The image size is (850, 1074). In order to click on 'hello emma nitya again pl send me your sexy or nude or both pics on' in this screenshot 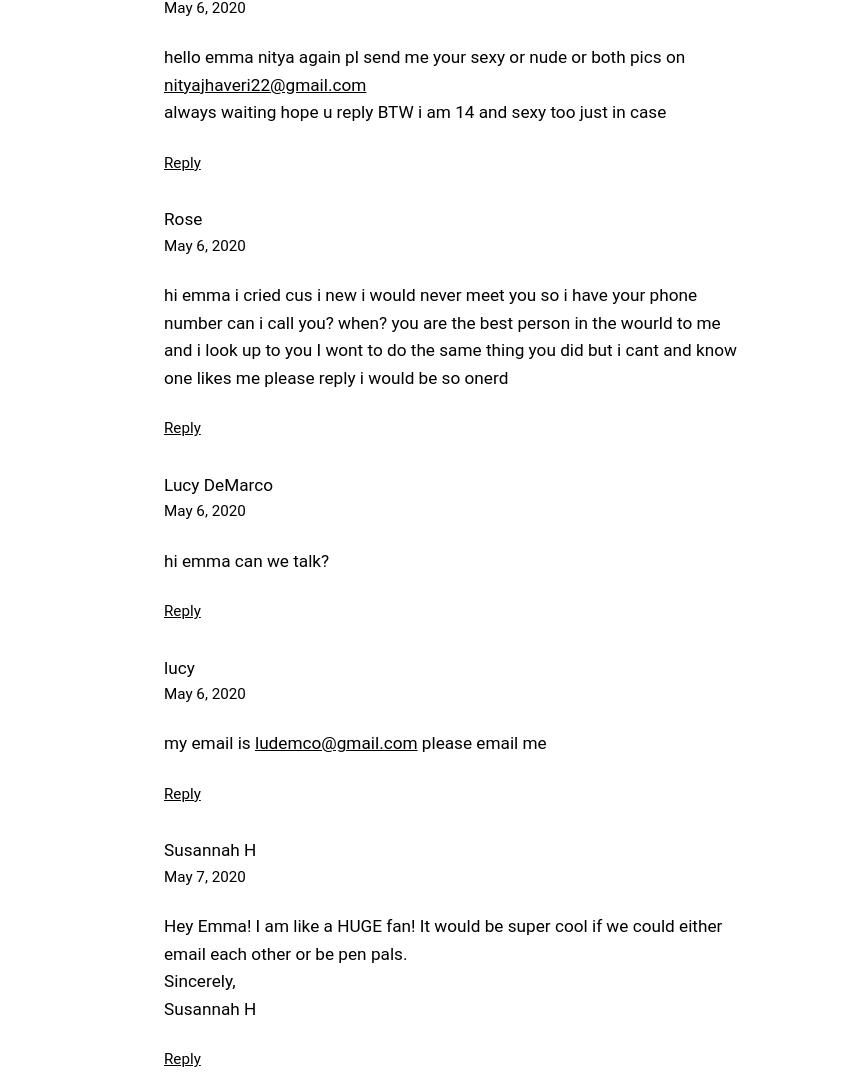, I will do `click(424, 57)`.